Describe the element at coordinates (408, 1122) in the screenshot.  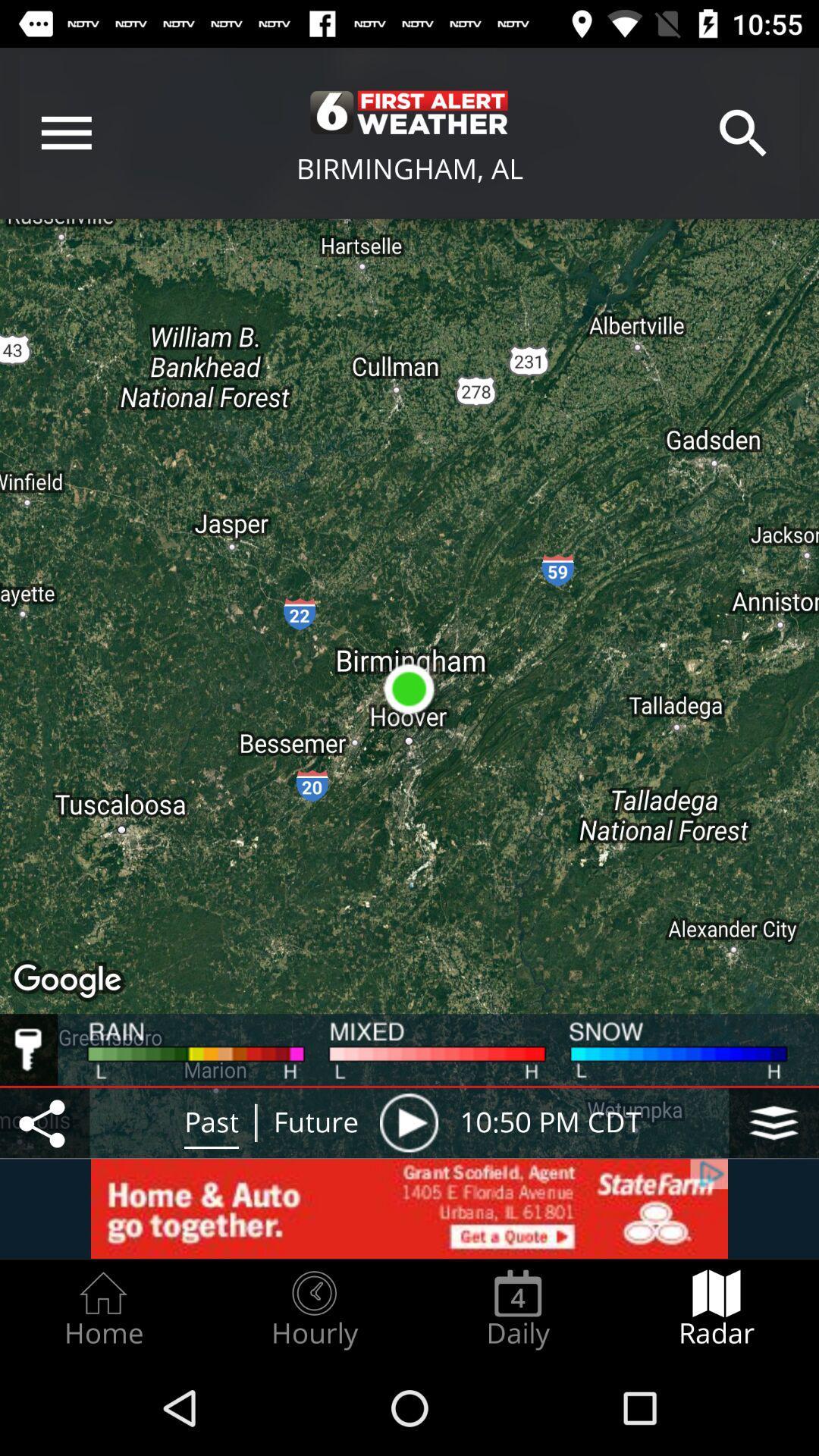
I see `the icon next to future icon` at that location.